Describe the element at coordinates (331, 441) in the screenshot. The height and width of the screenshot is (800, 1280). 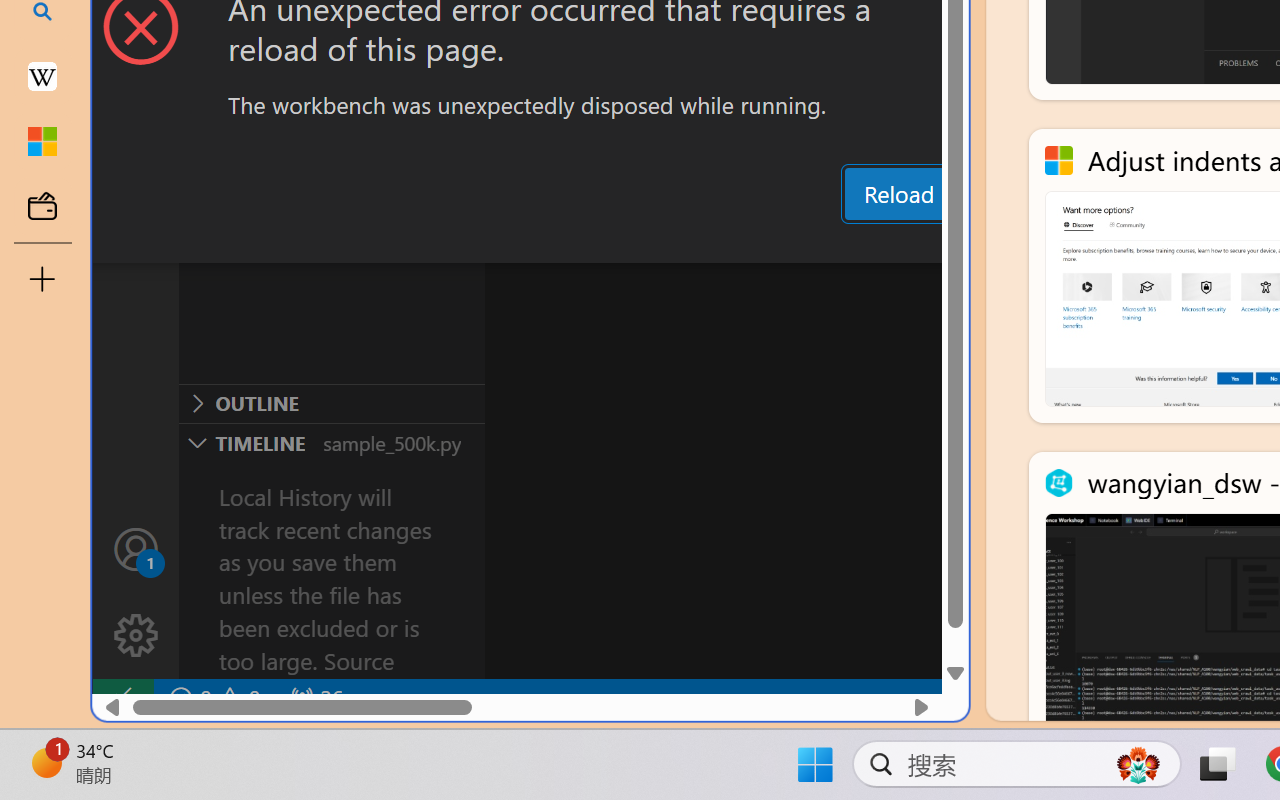
I see `'Timeline Section'` at that location.